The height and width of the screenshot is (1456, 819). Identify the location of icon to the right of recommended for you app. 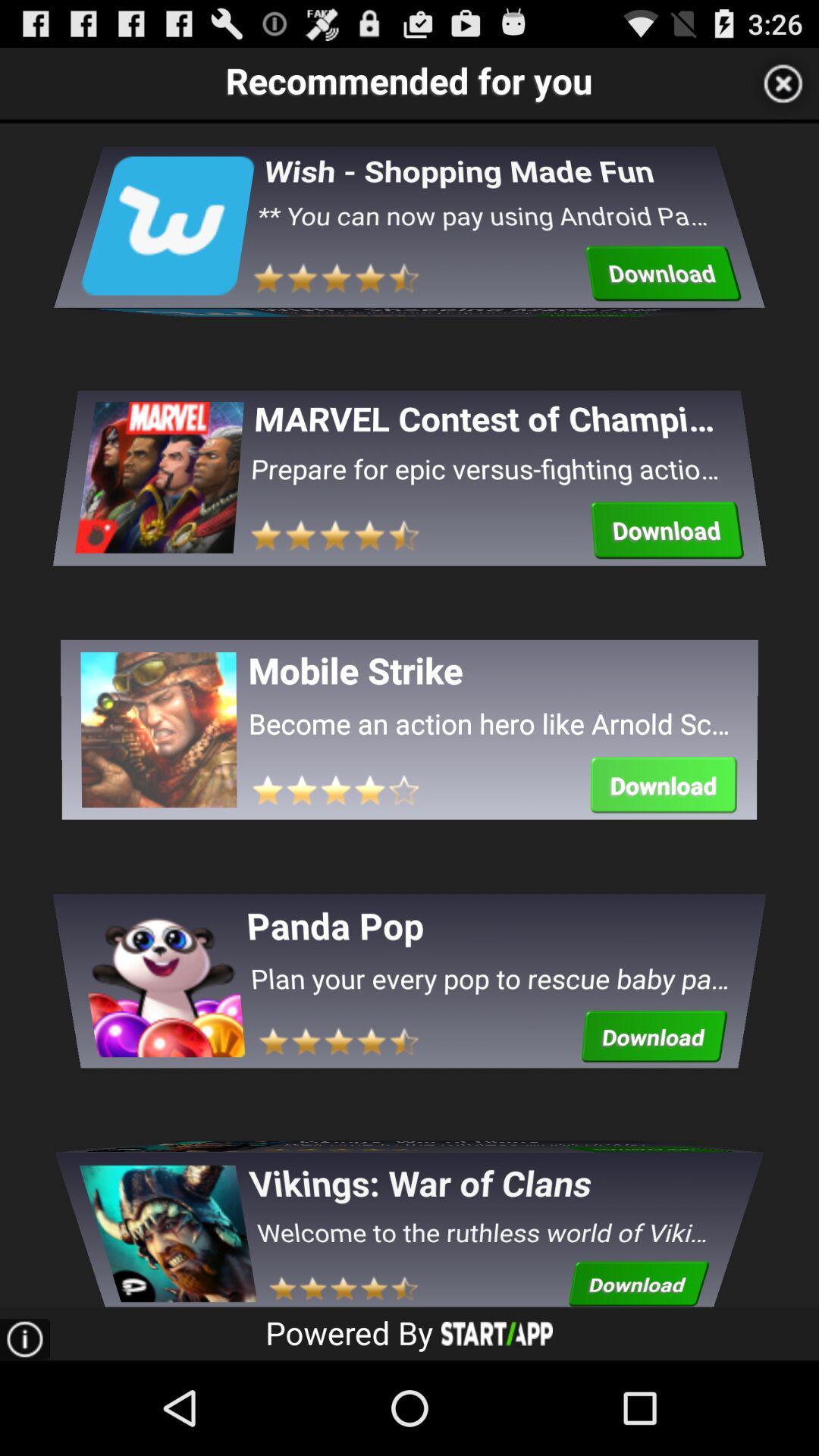
(783, 83).